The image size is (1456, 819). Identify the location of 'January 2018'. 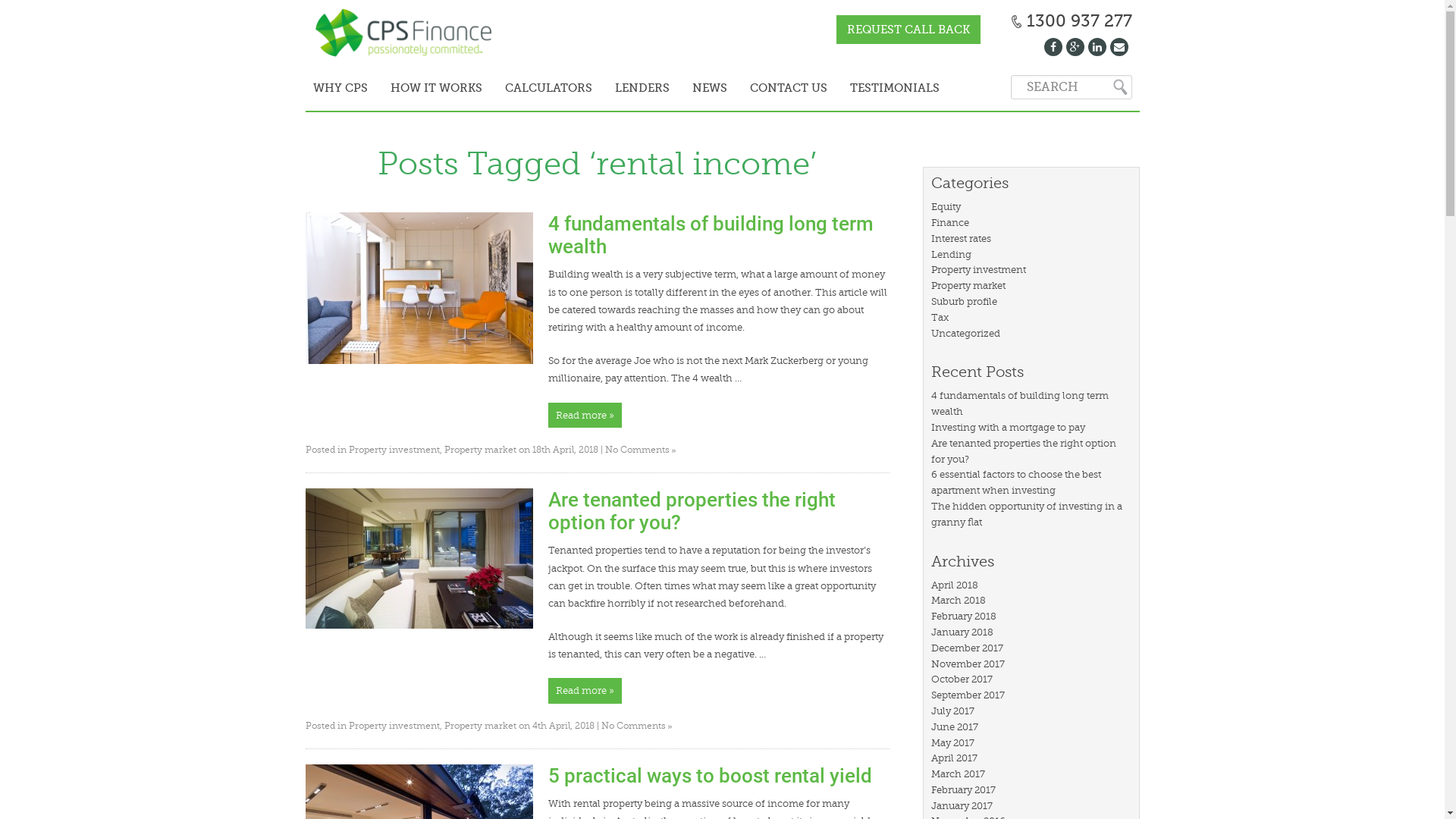
(930, 632).